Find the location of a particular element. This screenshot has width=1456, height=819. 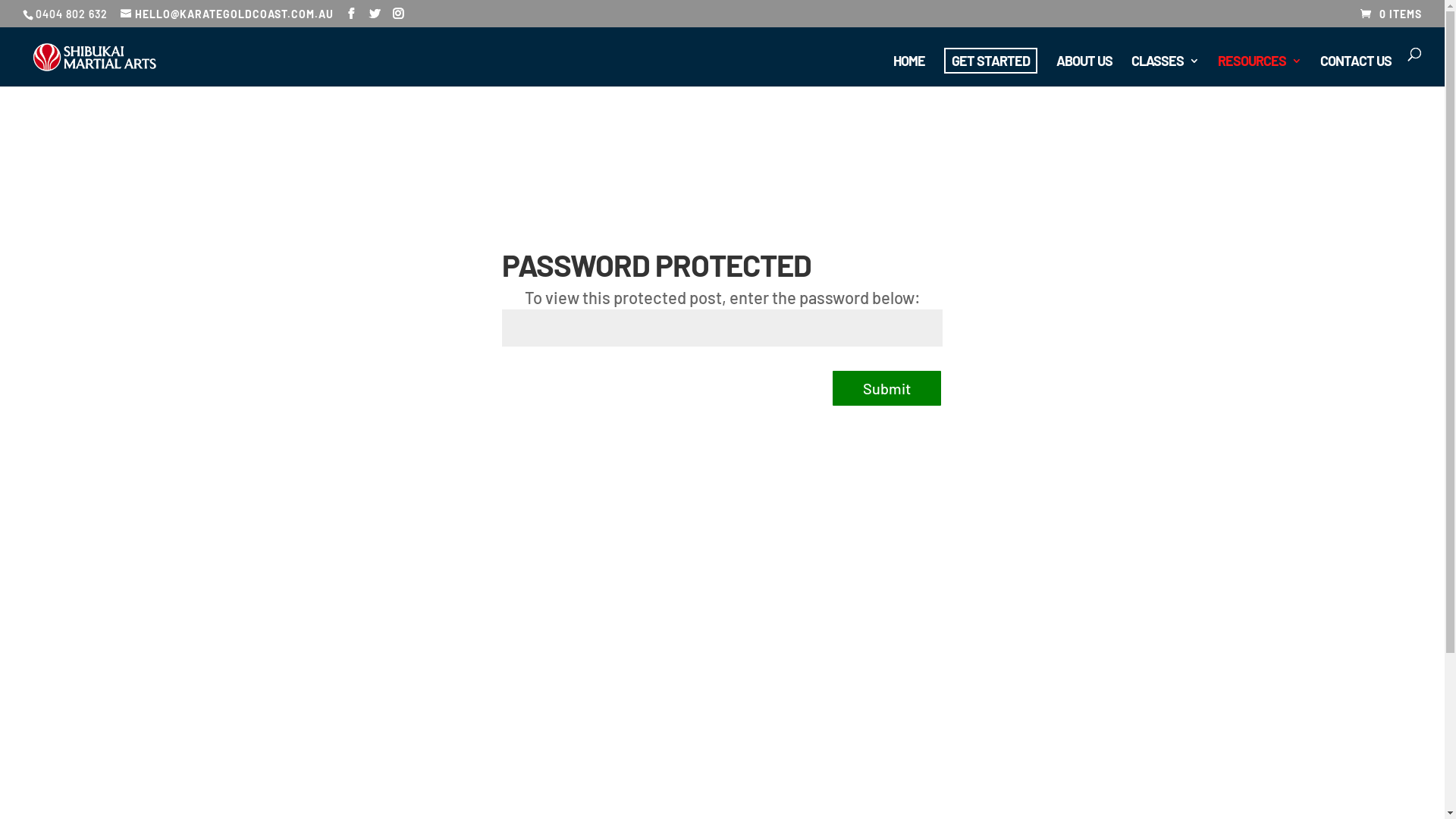

'Submit' is located at coordinates (886, 388).